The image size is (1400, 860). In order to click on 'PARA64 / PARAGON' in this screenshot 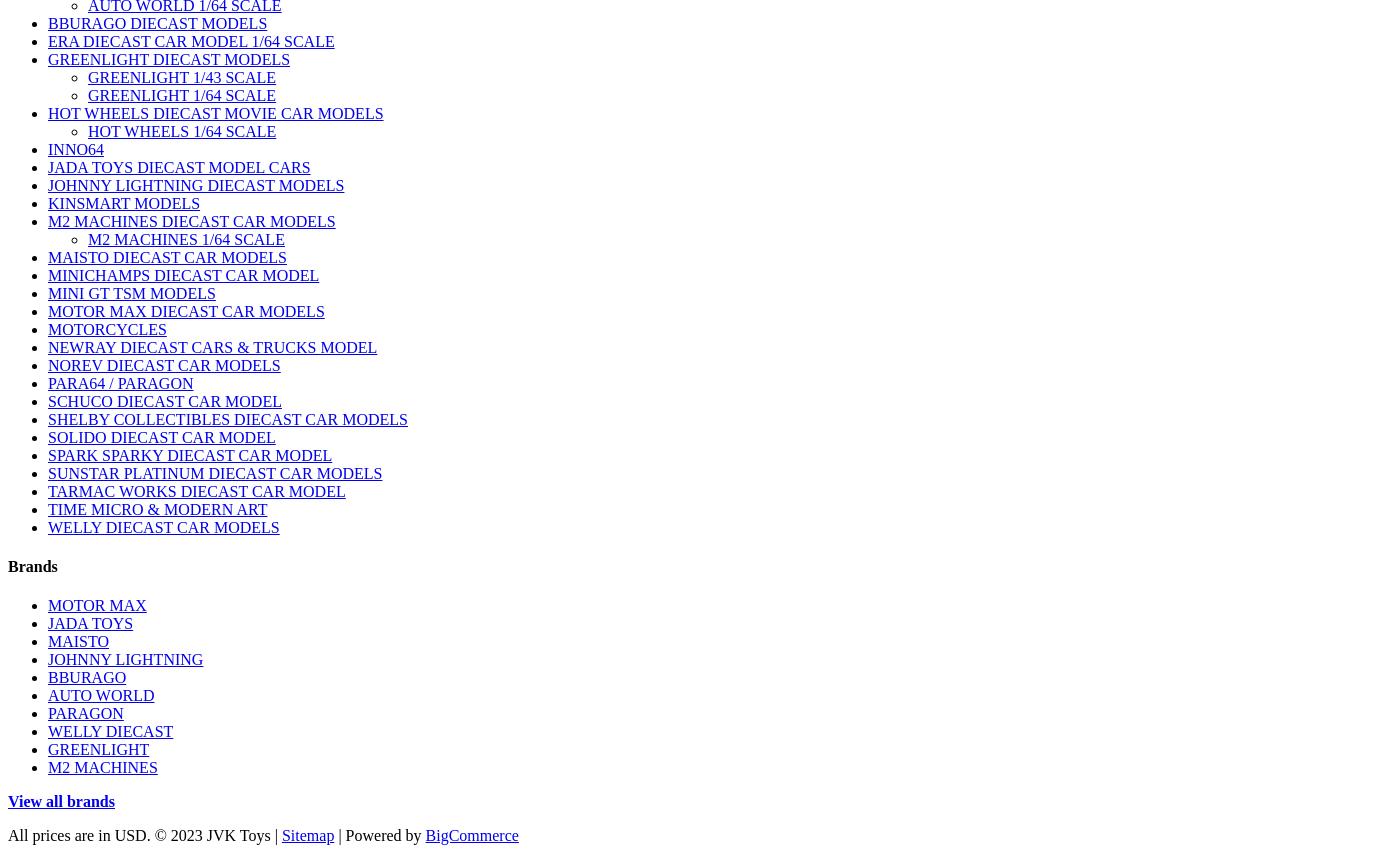, I will do `click(120, 381)`.